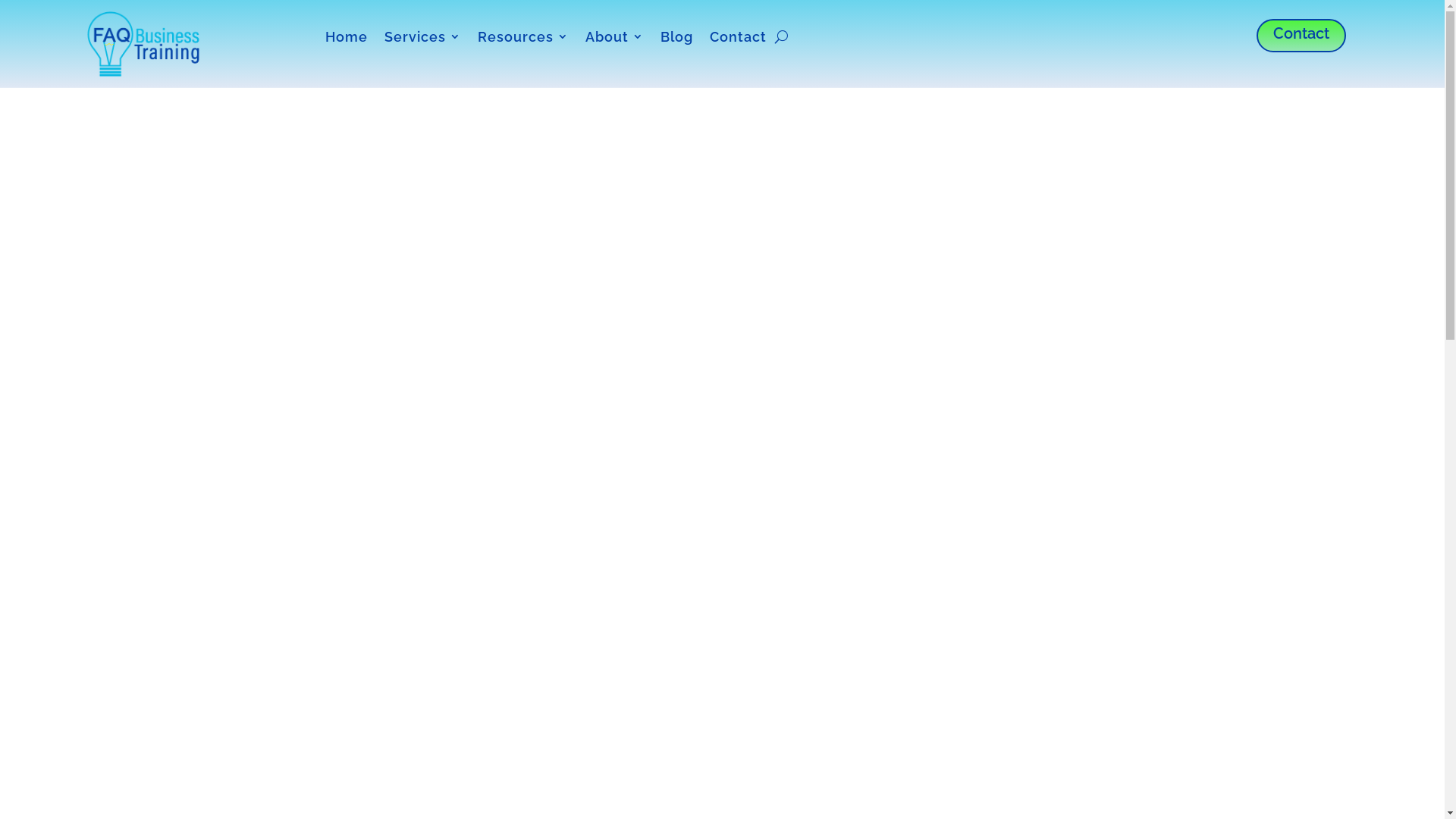  What do you see at coordinates (345, 39) in the screenshot?
I see `'Home'` at bounding box center [345, 39].